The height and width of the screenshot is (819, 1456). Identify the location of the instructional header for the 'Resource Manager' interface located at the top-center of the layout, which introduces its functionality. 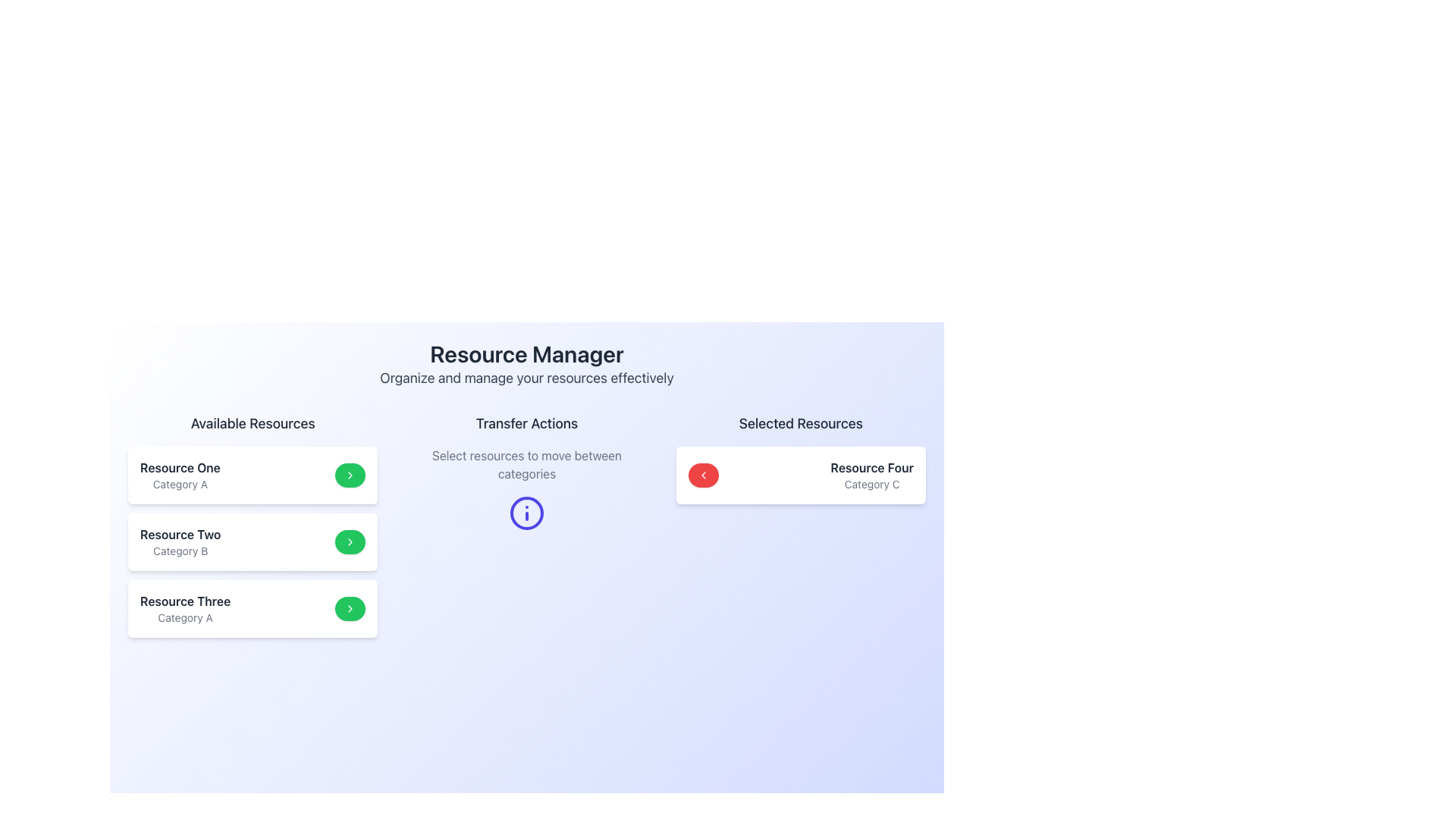
(527, 365).